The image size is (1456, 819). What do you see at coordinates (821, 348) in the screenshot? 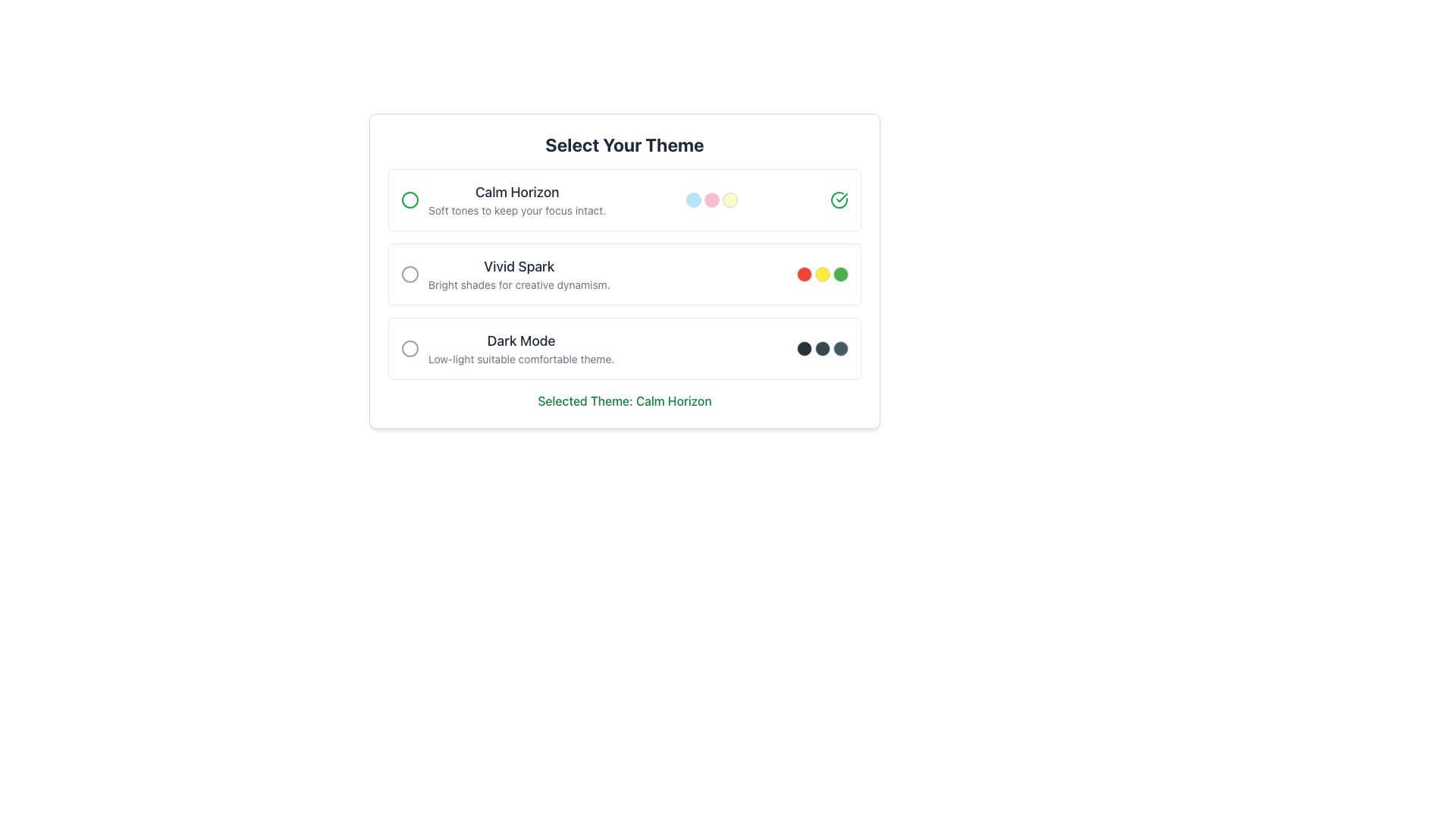
I see `the middle circular button in the Dark Mode section of the theme selection interface, which has a dark gray background and a thin gray outline` at bounding box center [821, 348].